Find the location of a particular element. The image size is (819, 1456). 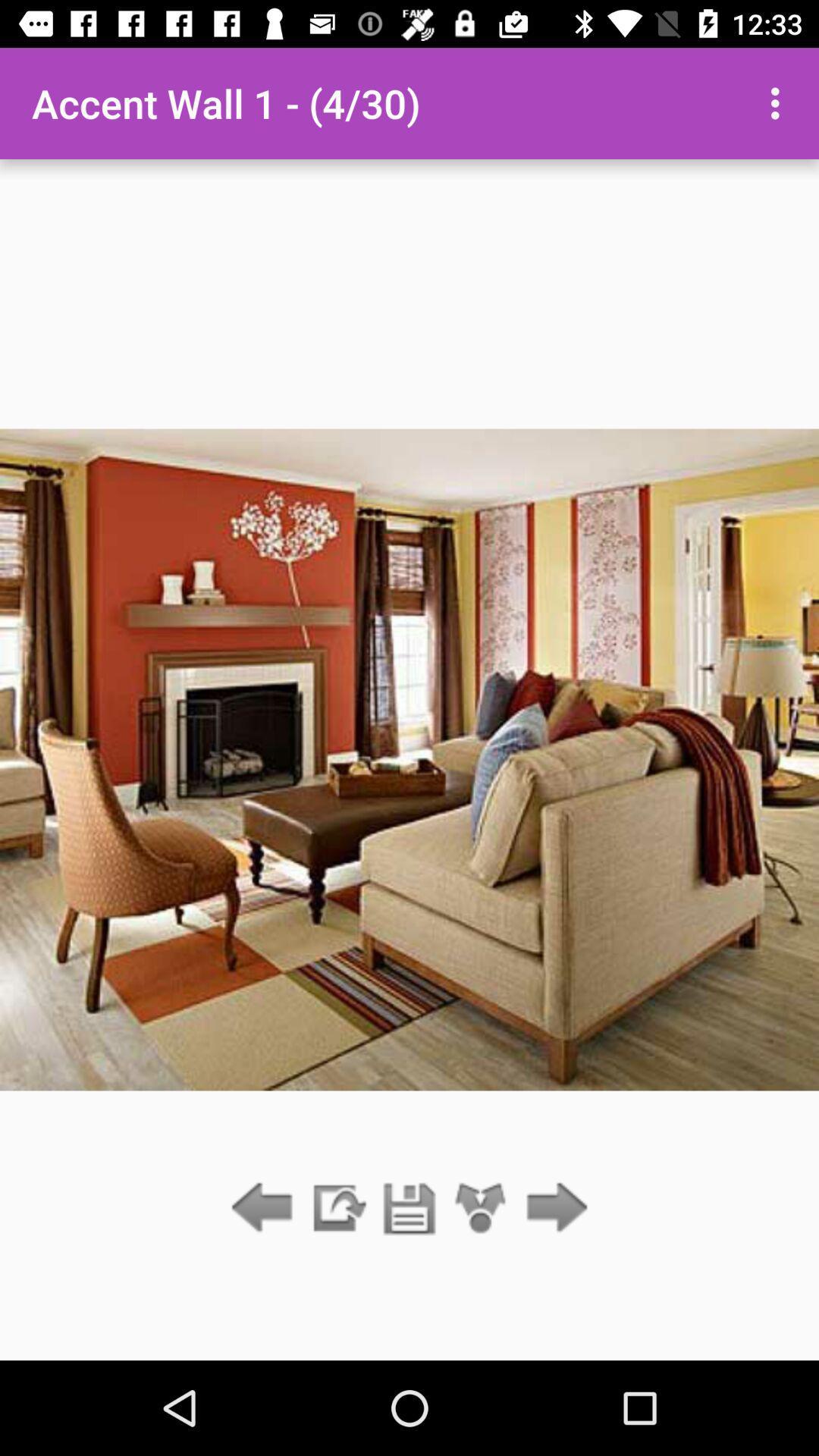

button to activate the next page is located at coordinates (553, 1208).